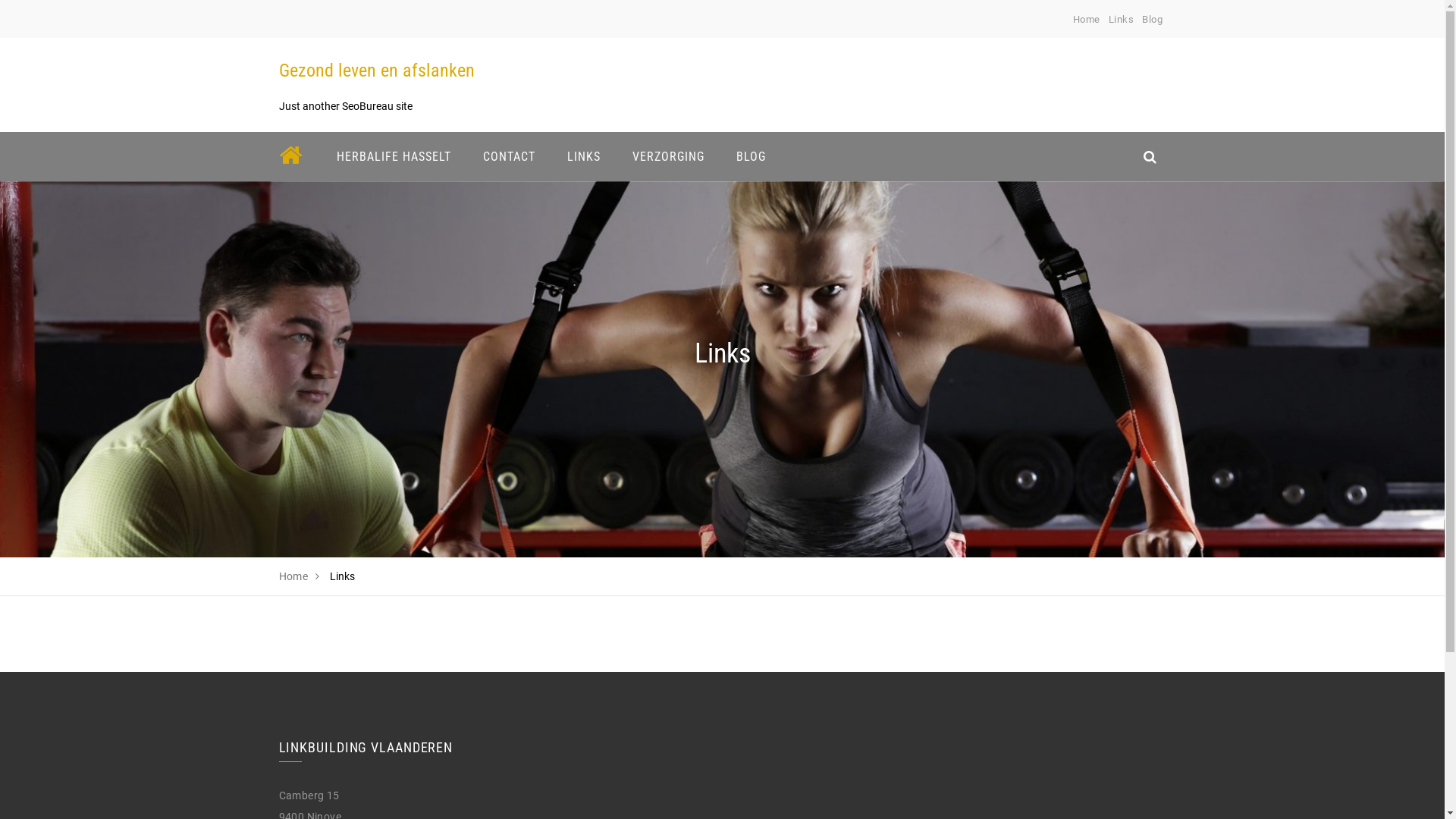  I want to click on 'Home', so click(293, 576).